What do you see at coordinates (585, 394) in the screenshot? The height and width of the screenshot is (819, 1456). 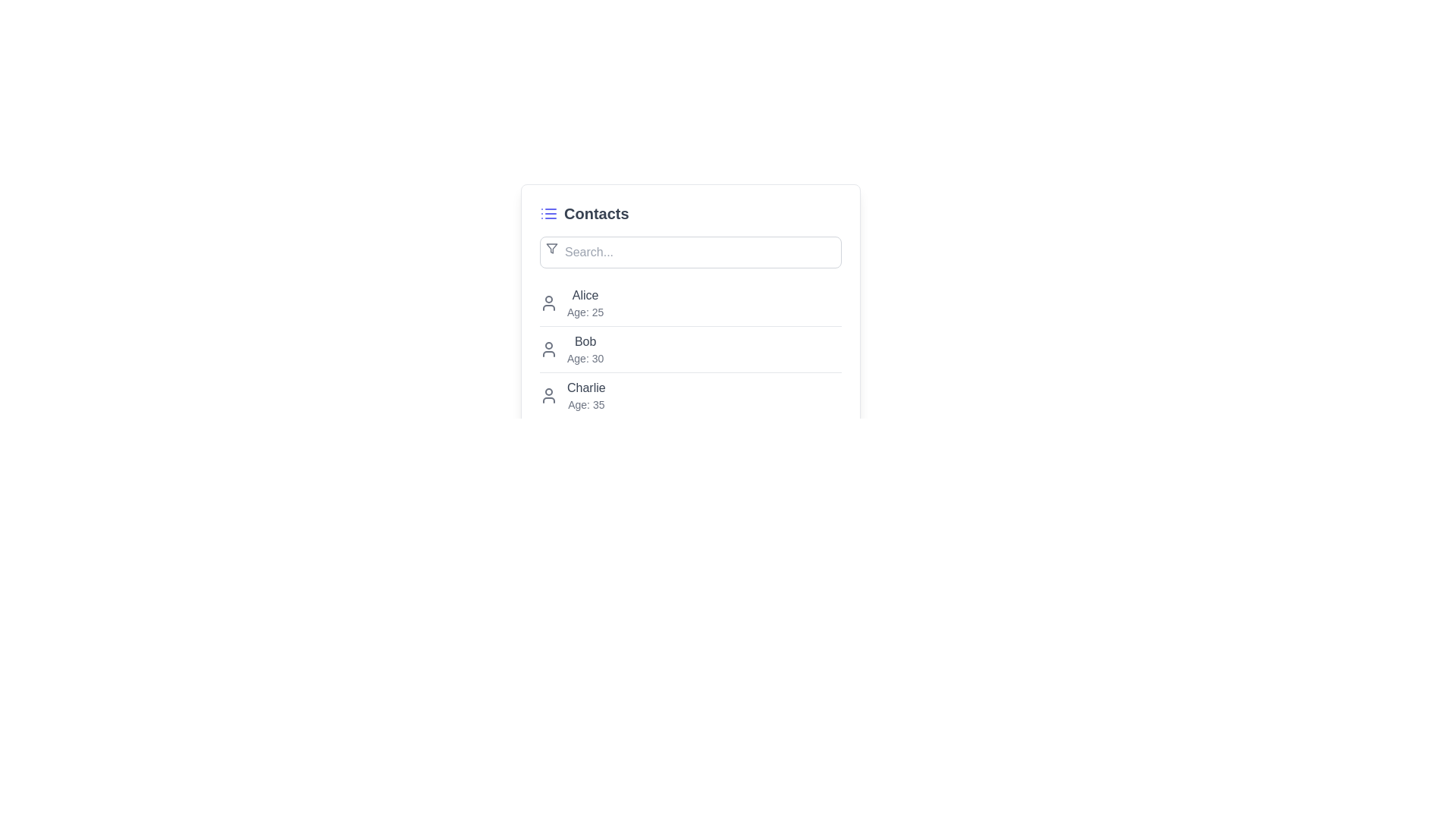 I see `the text block displaying 'Charlie' and 'Age: 35'` at bounding box center [585, 394].